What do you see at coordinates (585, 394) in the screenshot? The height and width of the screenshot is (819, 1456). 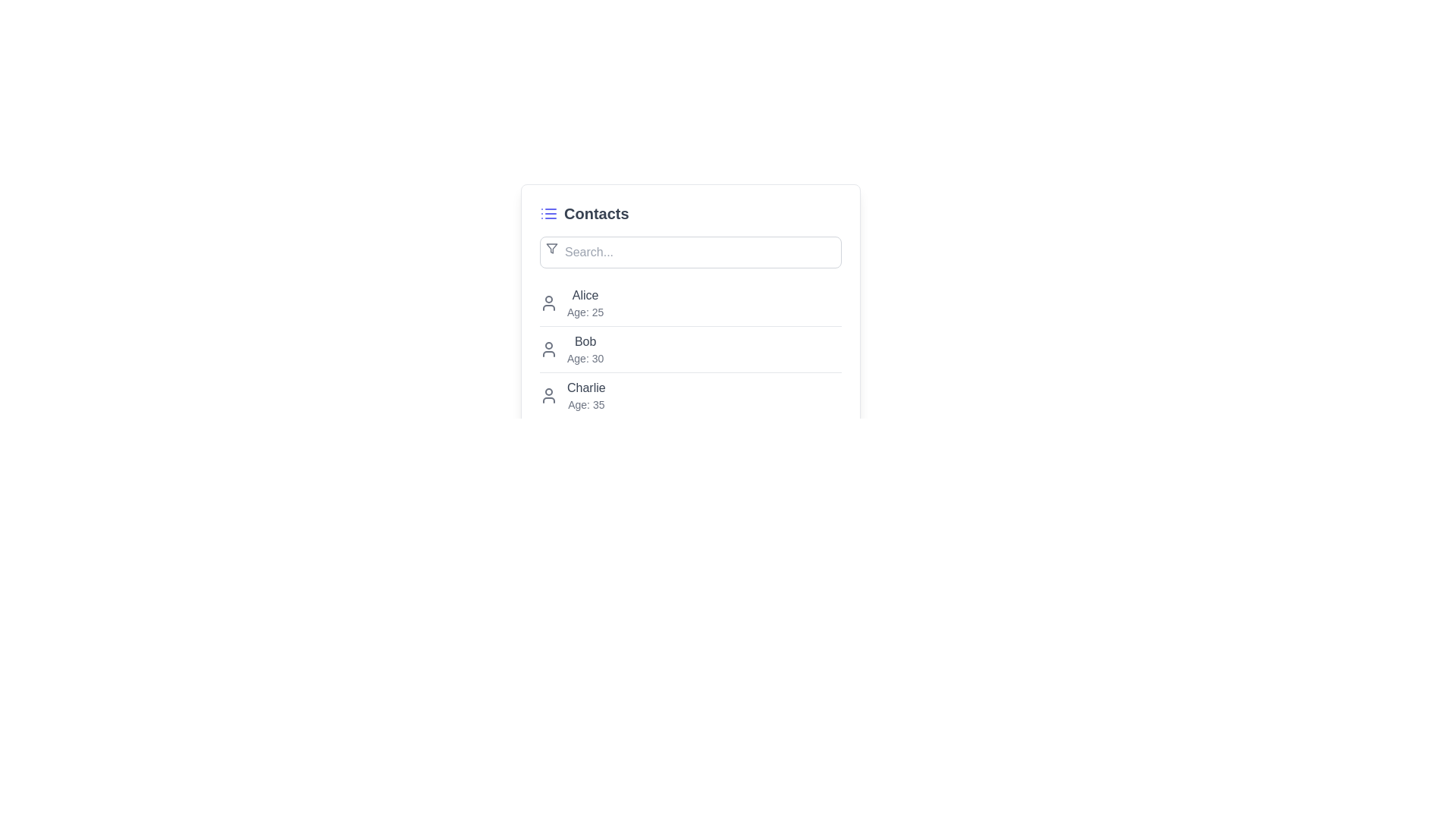 I see `the text block displaying 'Charlie' and 'Age: 35'` at bounding box center [585, 394].